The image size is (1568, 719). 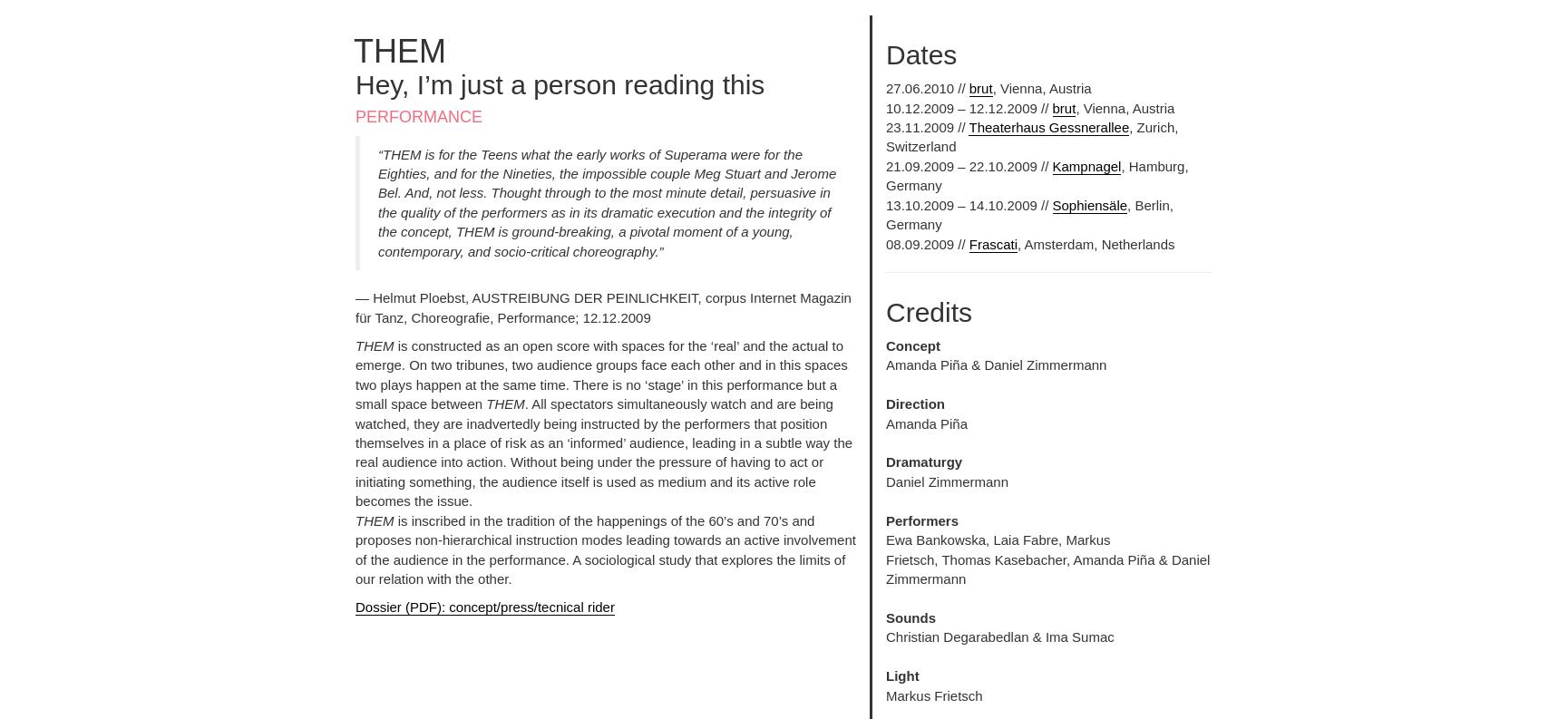 I want to click on 'Frascati', so click(x=969, y=242).